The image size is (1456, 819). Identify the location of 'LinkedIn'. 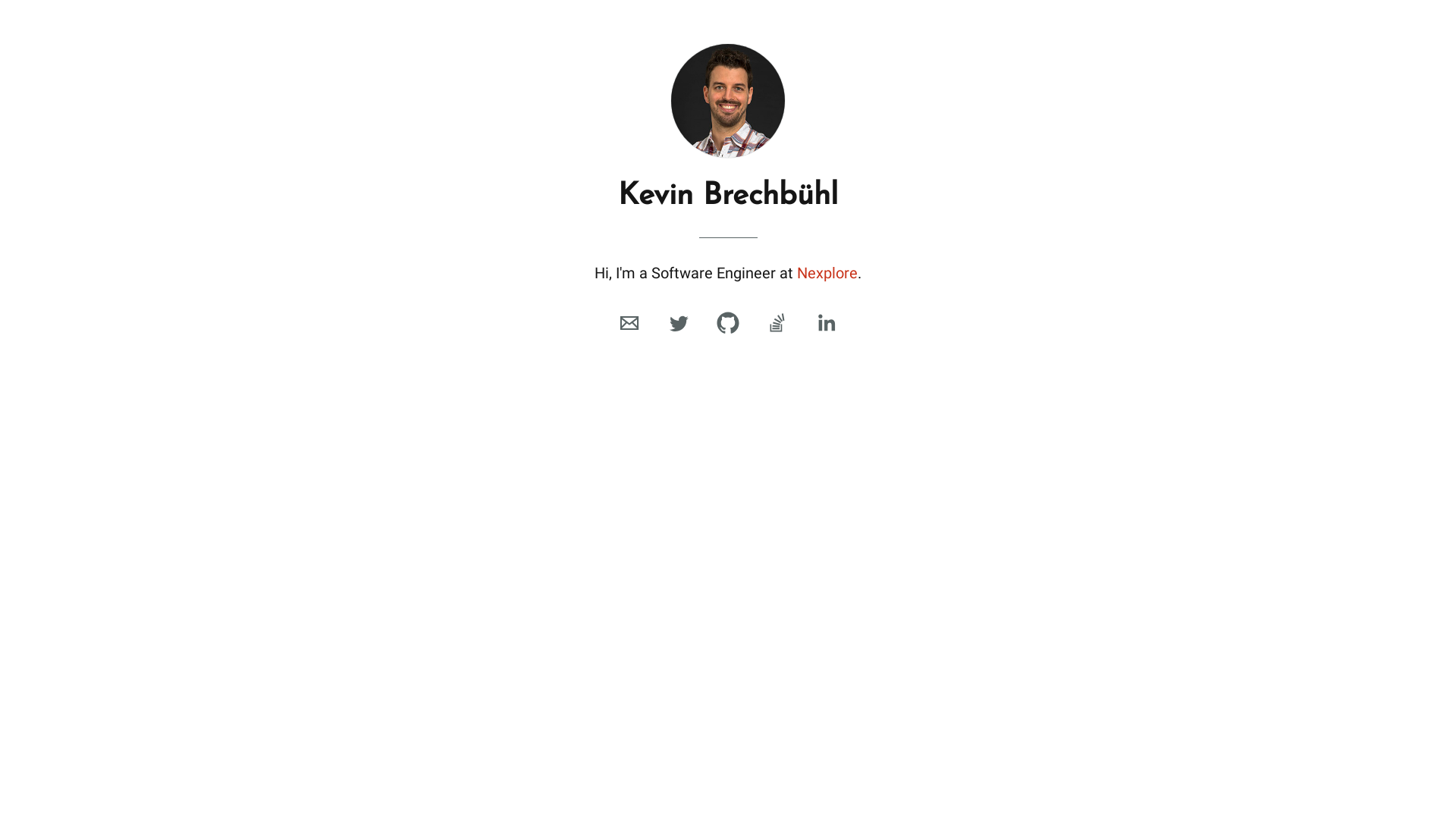
(825, 322).